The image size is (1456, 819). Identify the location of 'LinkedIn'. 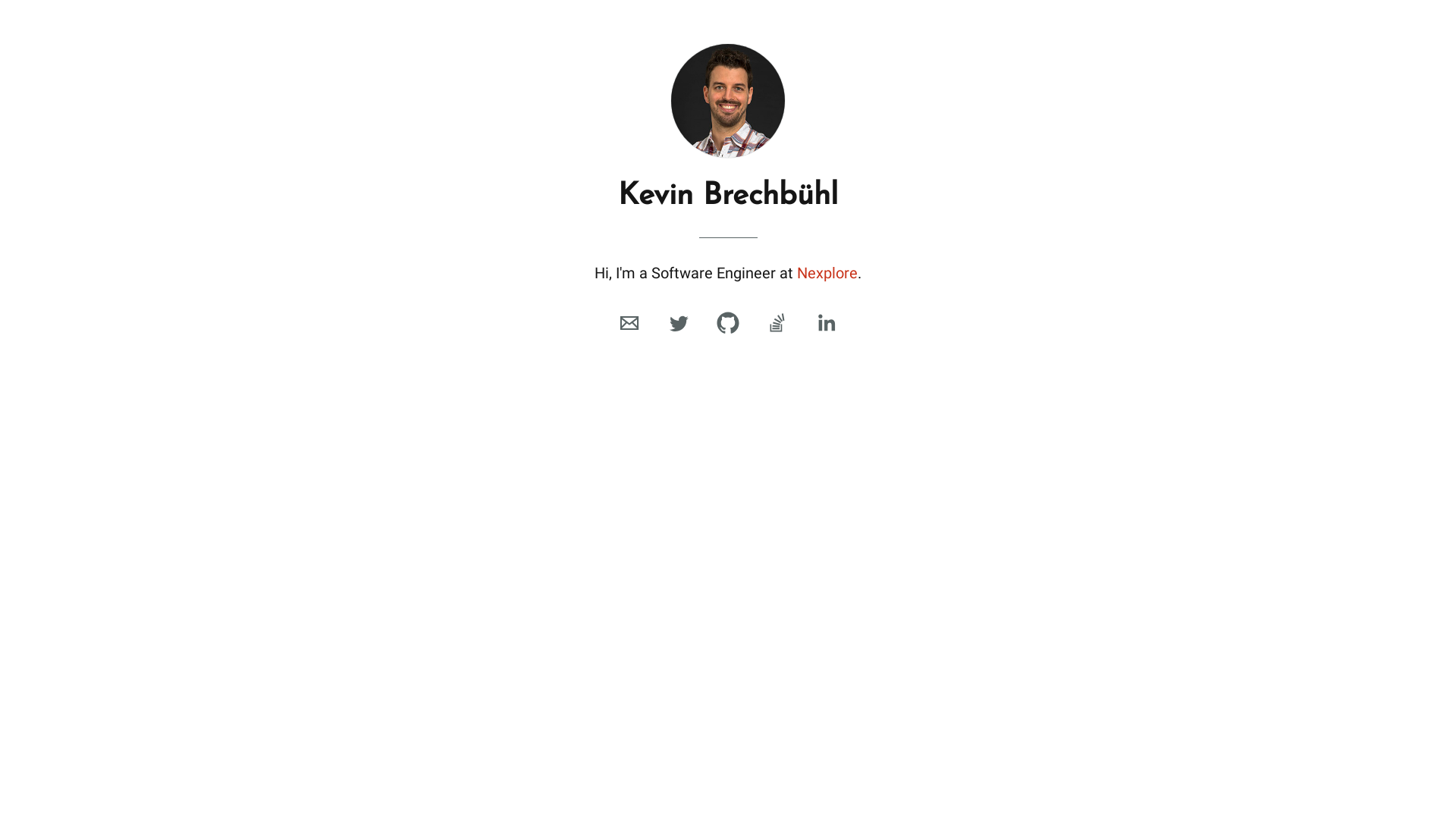
(825, 322).